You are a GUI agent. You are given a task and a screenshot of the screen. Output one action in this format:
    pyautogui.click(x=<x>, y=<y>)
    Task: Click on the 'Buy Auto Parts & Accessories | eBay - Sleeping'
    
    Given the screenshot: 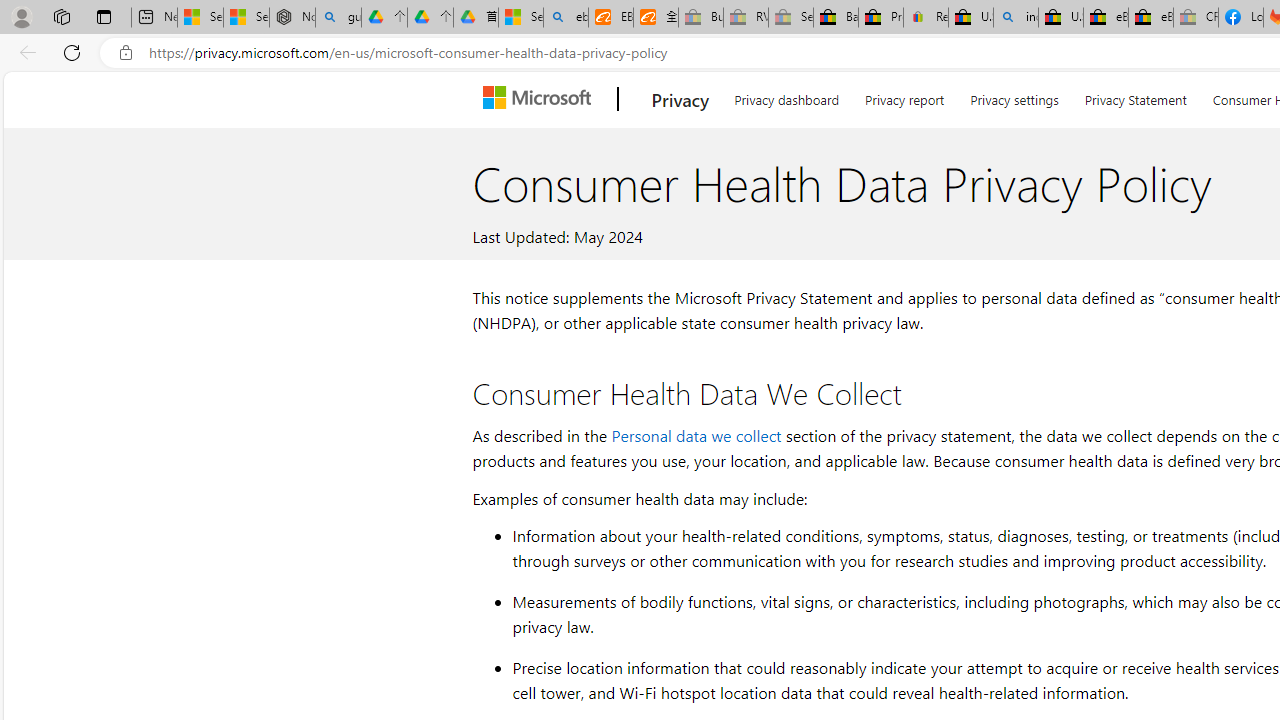 What is the action you would take?
    pyautogui.click(x=700, y=17)
    